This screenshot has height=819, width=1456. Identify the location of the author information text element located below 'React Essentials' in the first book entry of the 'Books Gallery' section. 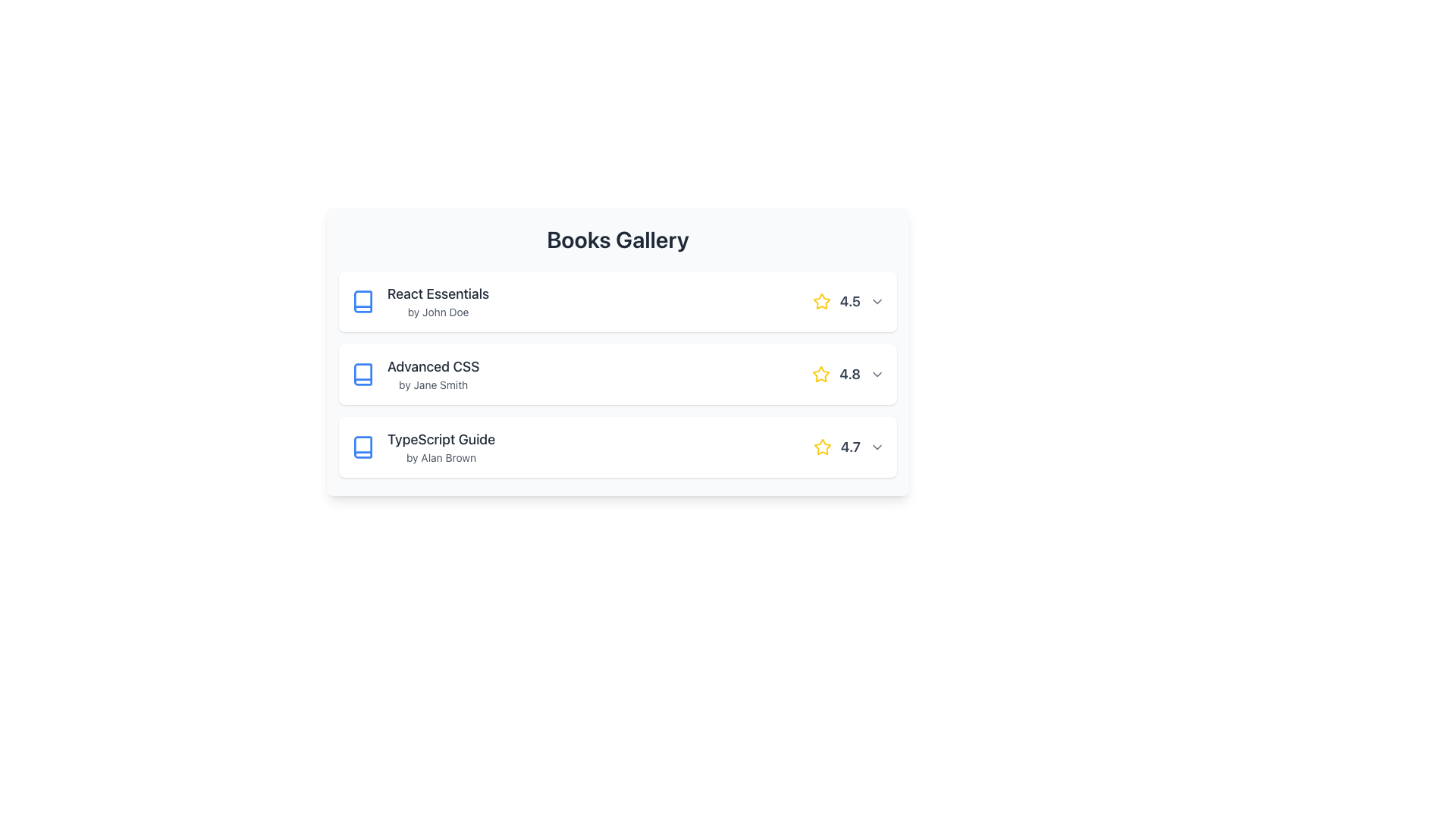
(438, 312).